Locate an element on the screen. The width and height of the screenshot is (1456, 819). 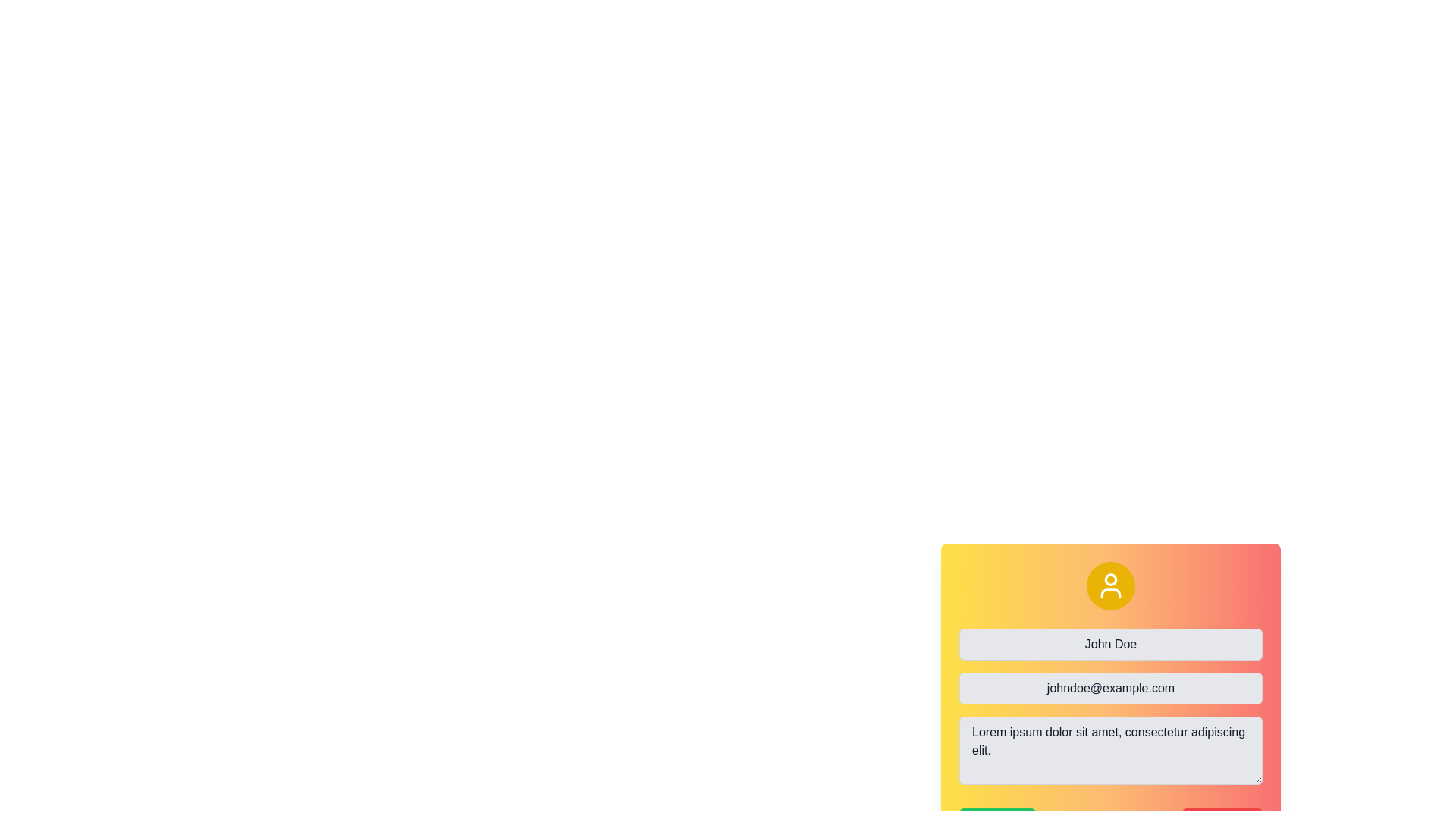
the static user profile icon located at the center of the top section of the rectangular card with a gradient background, positioned above the text fields for 'John Doe' and 'johndoe@example.com' is located at coordinates (1110, 585).